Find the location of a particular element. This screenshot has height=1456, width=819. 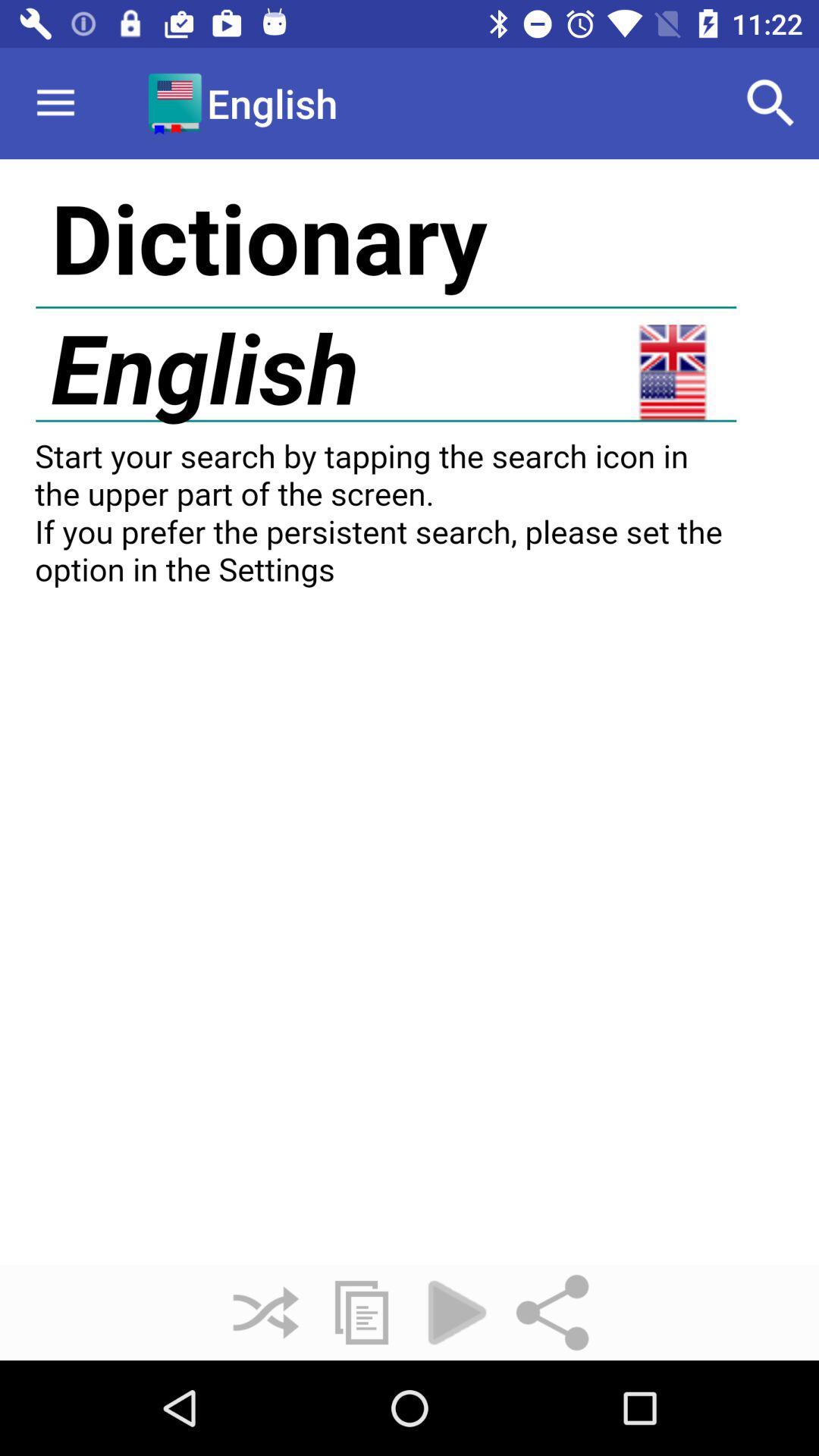

the play icon is located at coordinates (456, 1312).